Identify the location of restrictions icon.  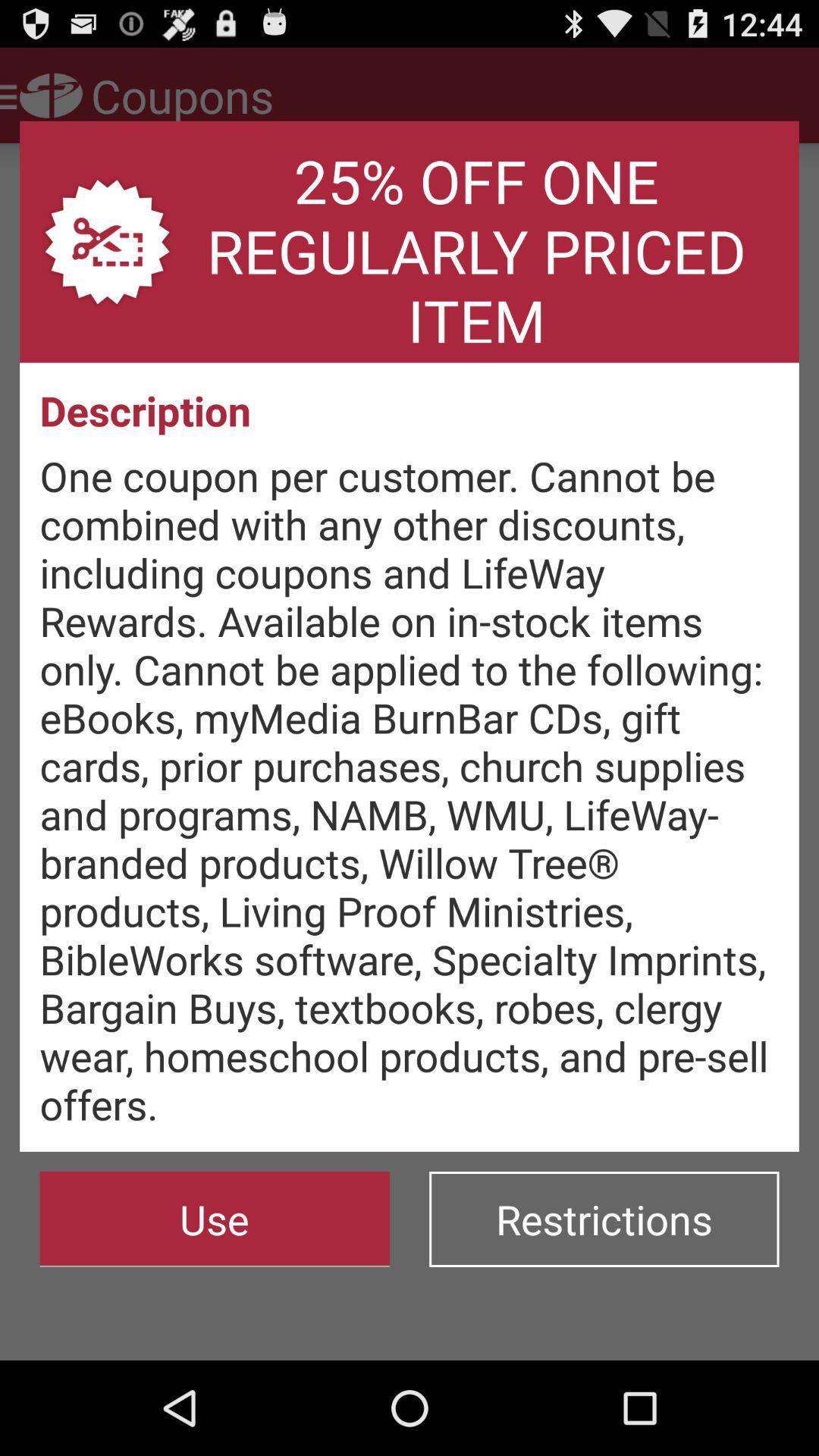
(603, 1219).